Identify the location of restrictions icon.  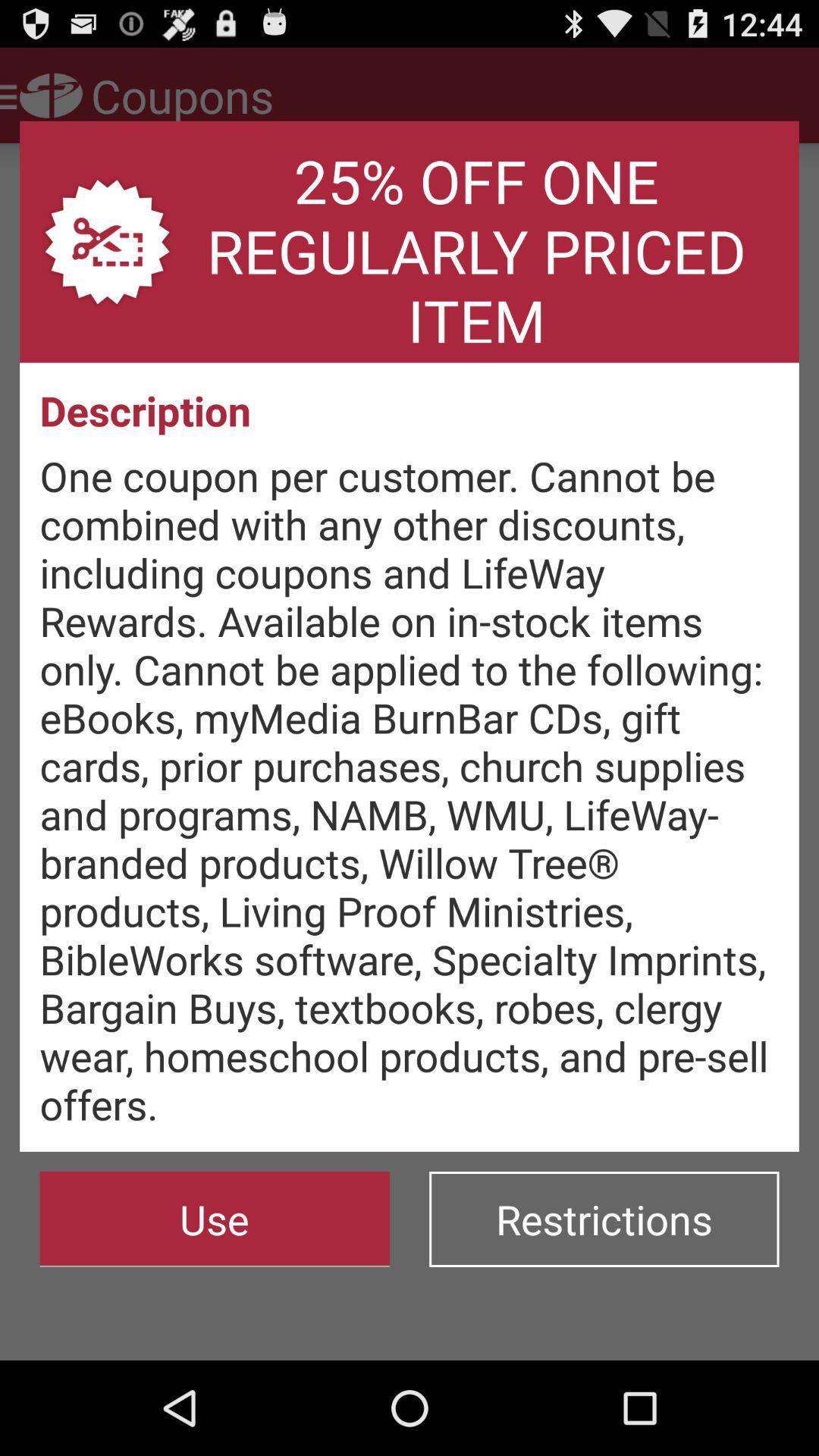
(603, 1219).